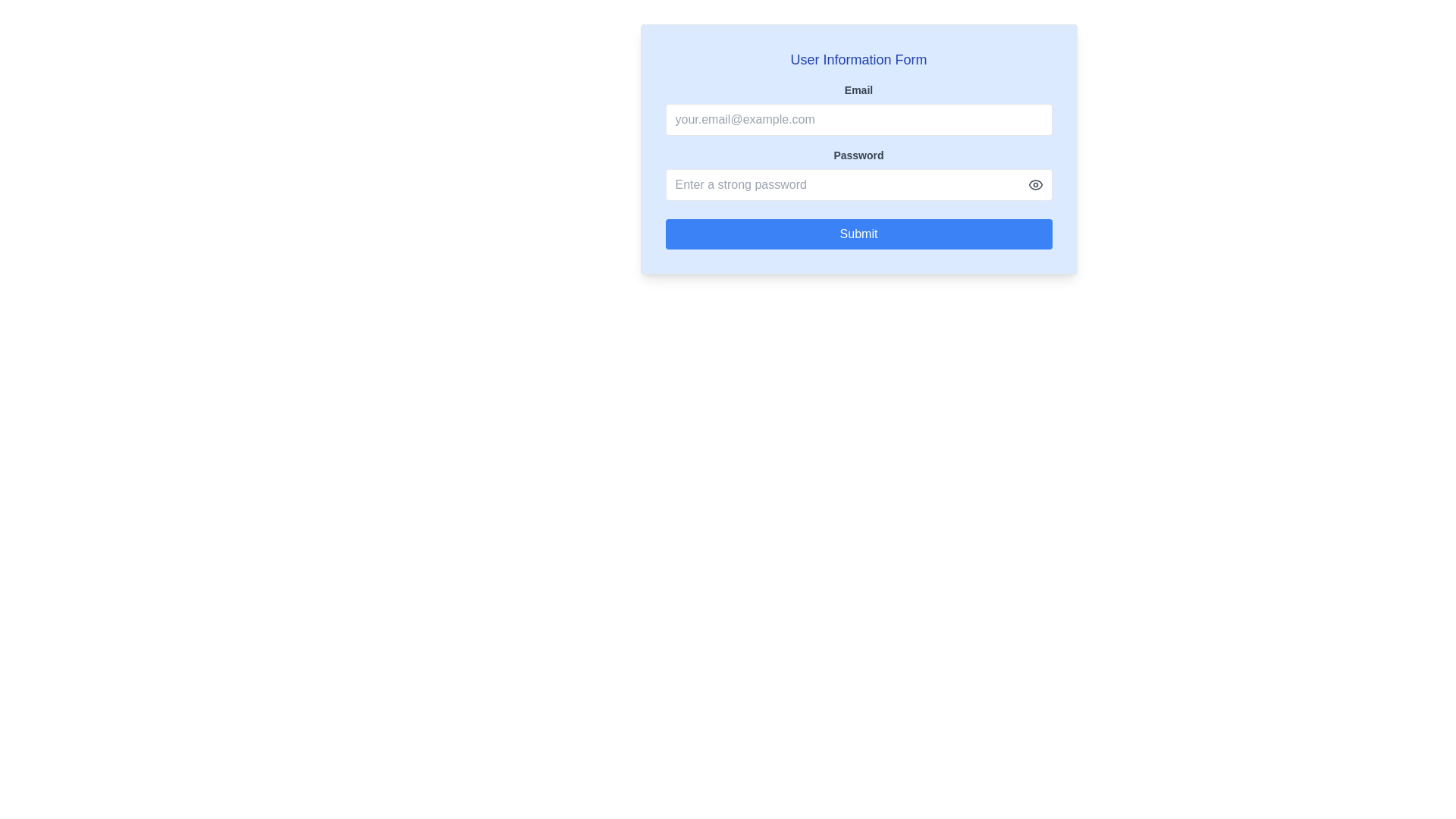 The width and height of the screenshot is (1456, 819). Describe the element at coordinates (1034, 184) in the screenshot. I see `the eye icon located at the far right of the password input field` at that location.